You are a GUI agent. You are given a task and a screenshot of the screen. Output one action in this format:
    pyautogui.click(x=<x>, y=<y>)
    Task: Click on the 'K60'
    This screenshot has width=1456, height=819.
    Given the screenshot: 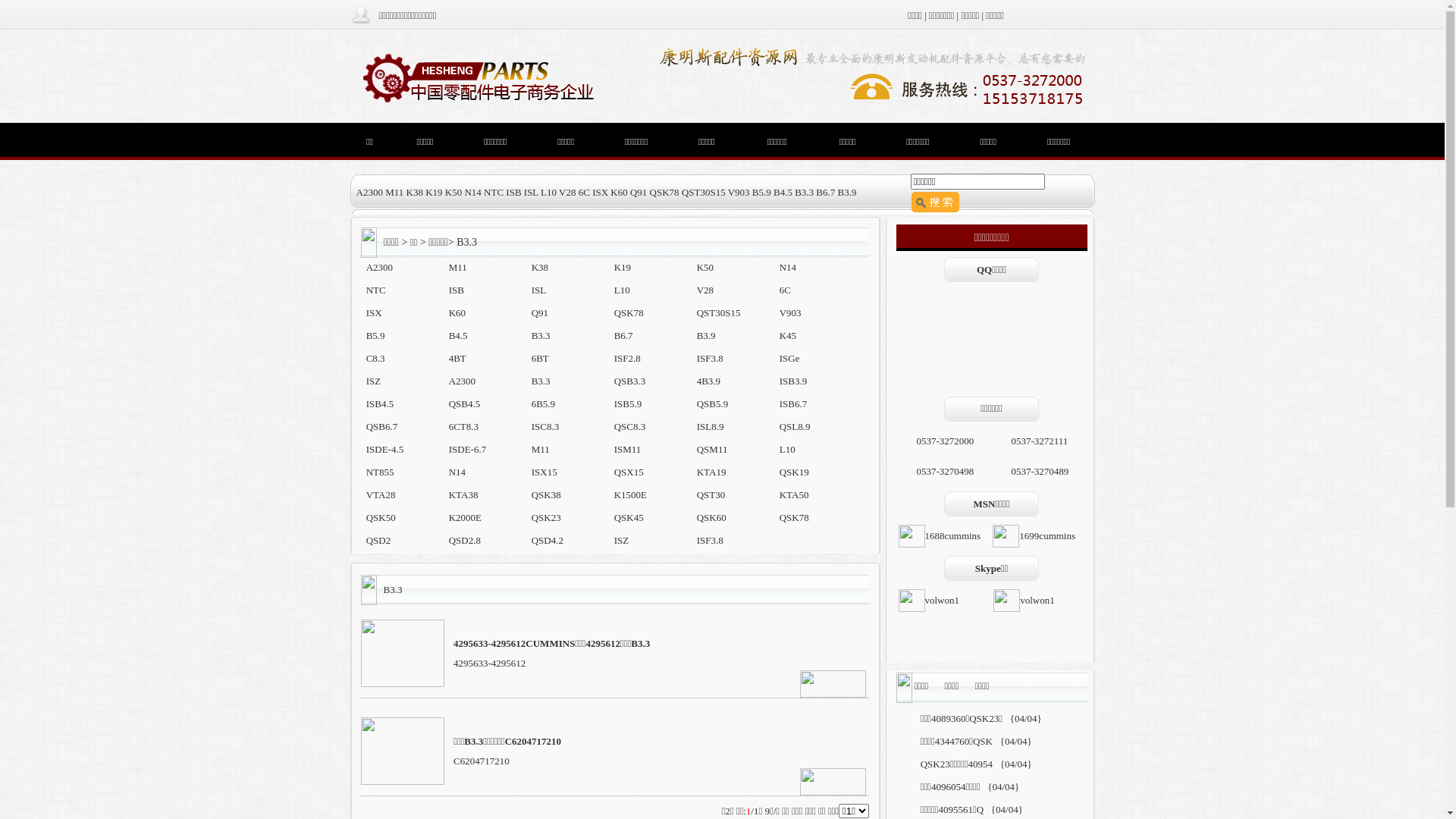 What is the action you would take?
    pyautogui.click(x=457, y=312)
    